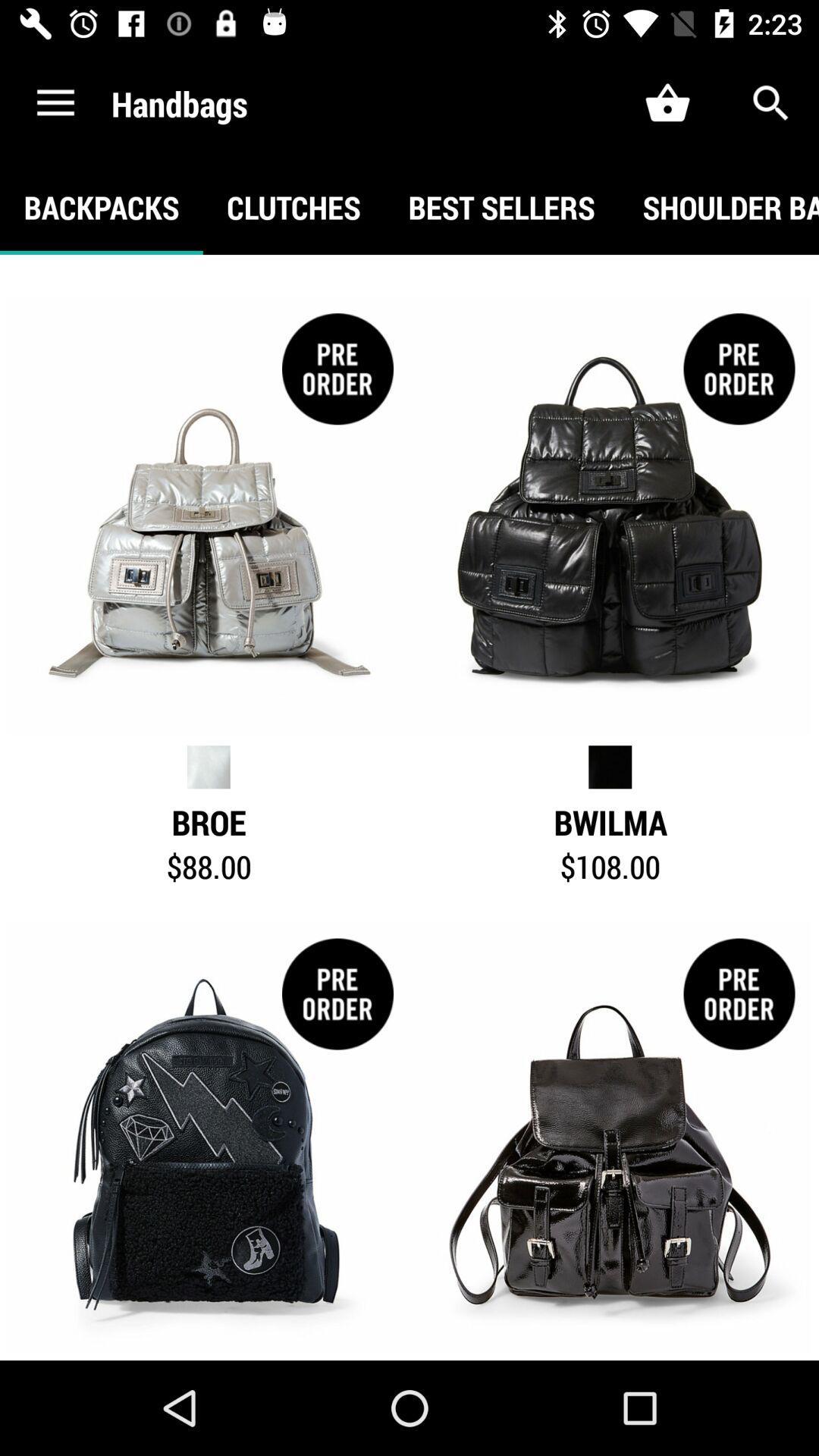  Describe the element at coordinates (55, 102) in the screenshot. I see `the icon to the left of the handbags` at that location.